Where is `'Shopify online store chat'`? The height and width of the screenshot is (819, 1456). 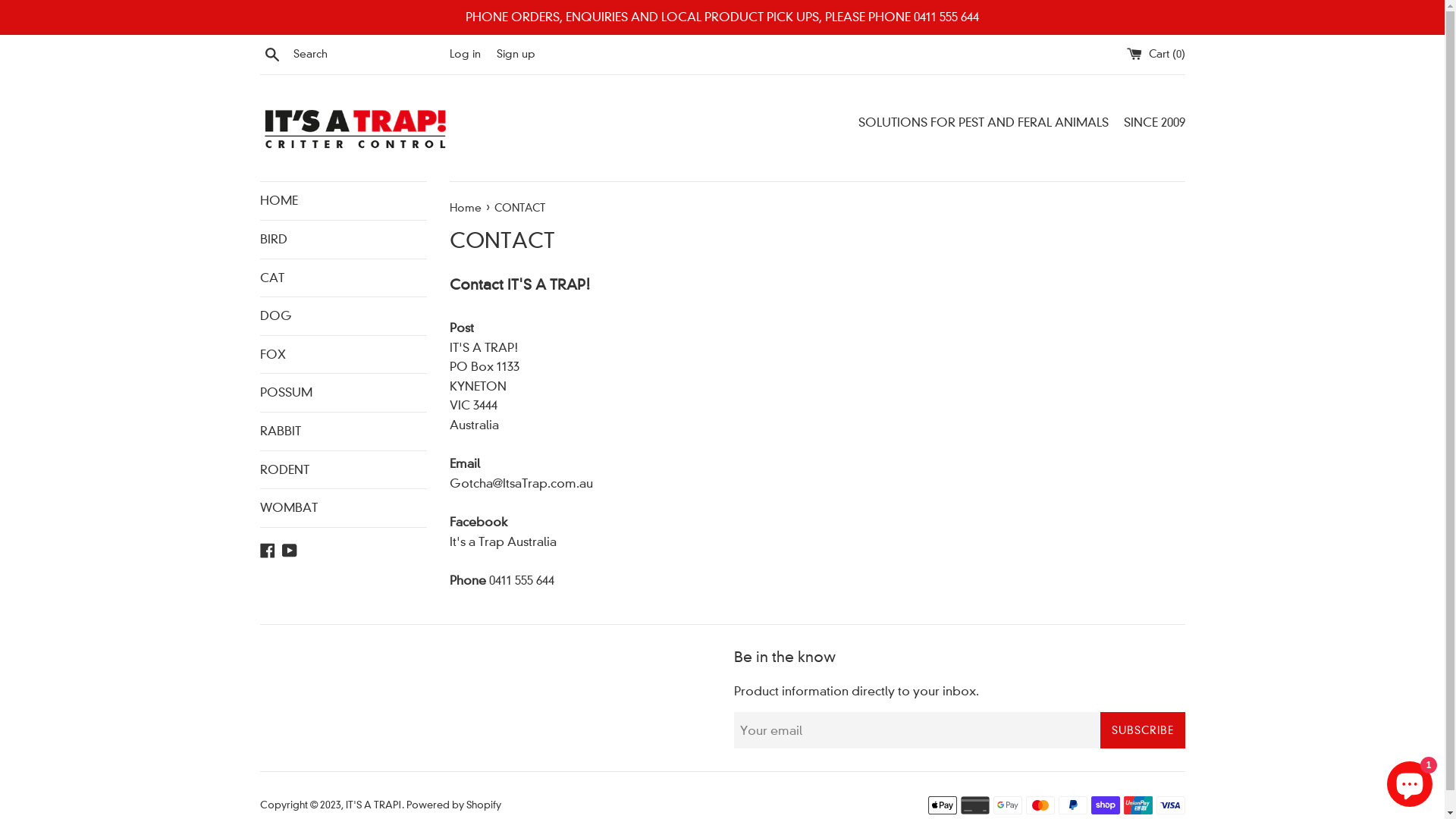
'Shopify online store chat' is located at coordinates (1408, 780).